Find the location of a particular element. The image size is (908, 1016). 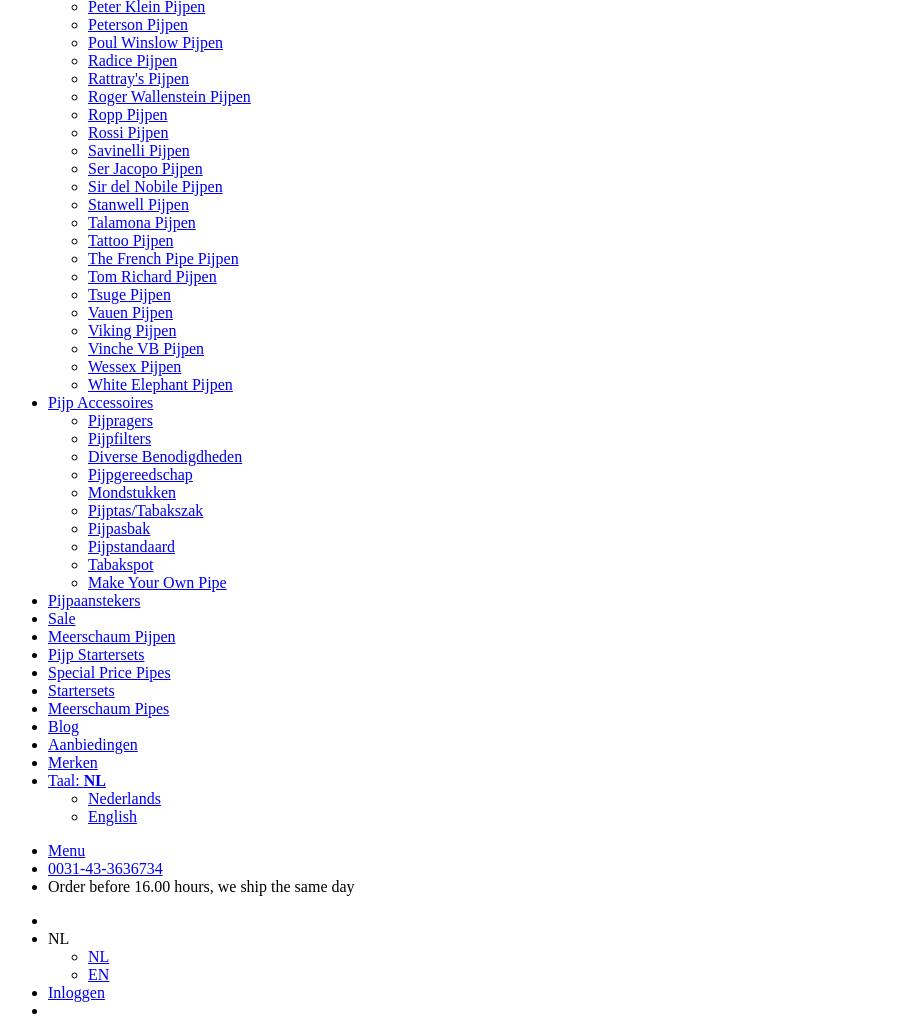

'Pijp Startersets' is located at coordinates (94, 653).